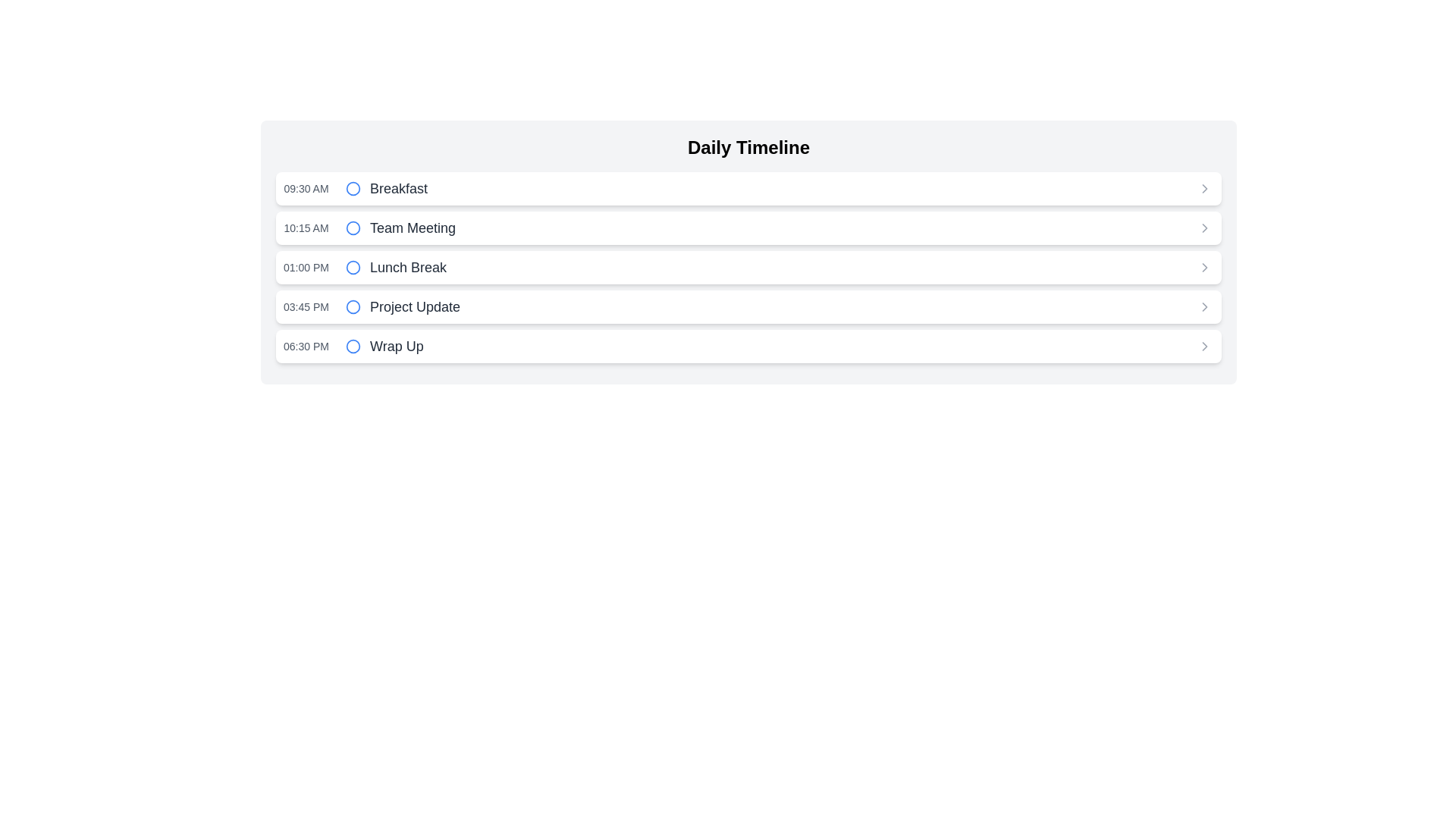 This screenshot has height=819, width=1456. What do you see at coordinates (1203, 188) in the screenshot?
I see `the small right-pointing chevron arrow icon located in the top-right corner of the first row entry in the 'Daily Timeline' list, aligning with the text 'Breakfast', to change its appearance` at bounding box center [1203, 188].